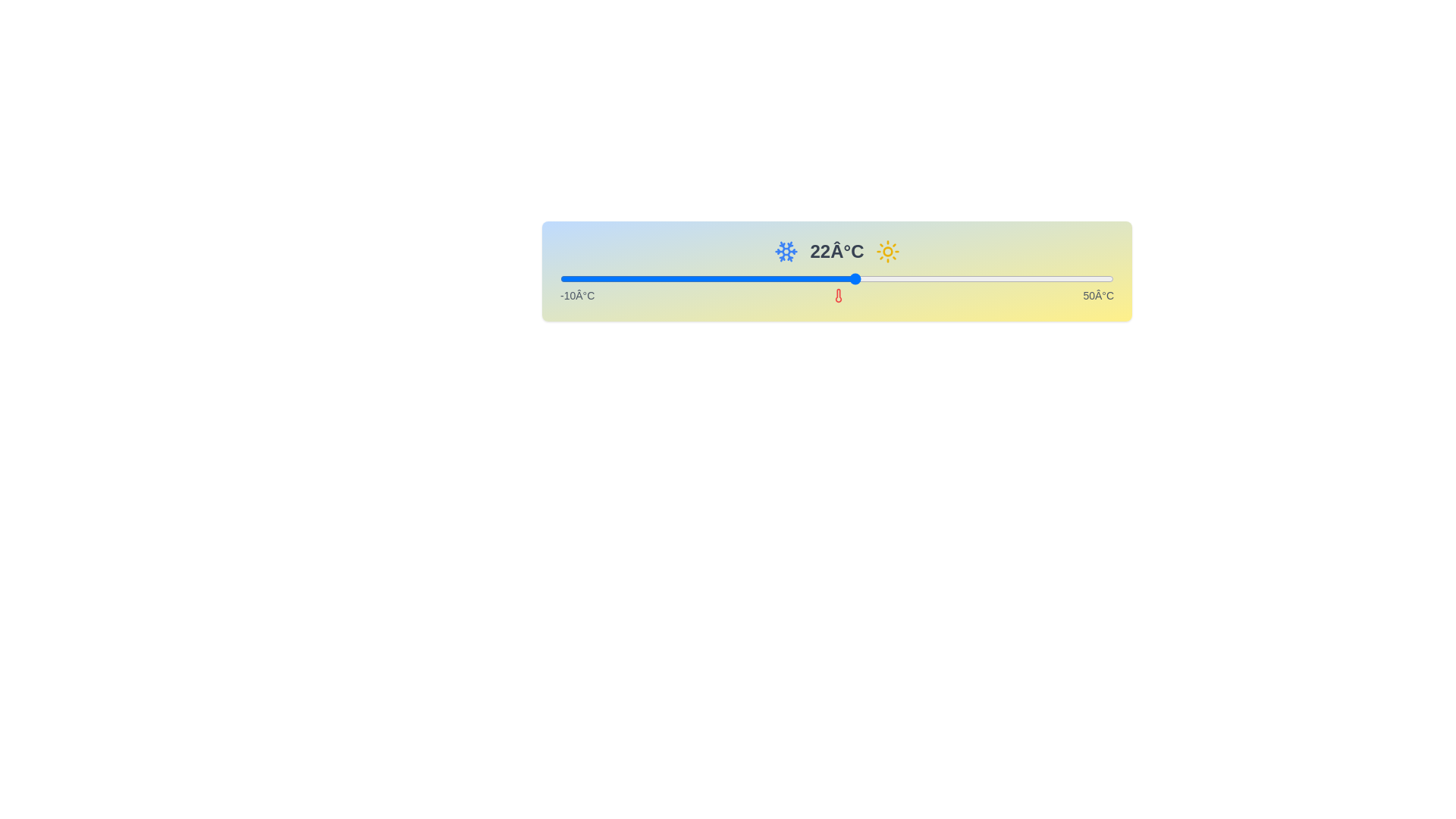  What do you see at coordinates (888, 250) in the screenshot?
I see `the Sun icon` at bounding box center [888, 250].